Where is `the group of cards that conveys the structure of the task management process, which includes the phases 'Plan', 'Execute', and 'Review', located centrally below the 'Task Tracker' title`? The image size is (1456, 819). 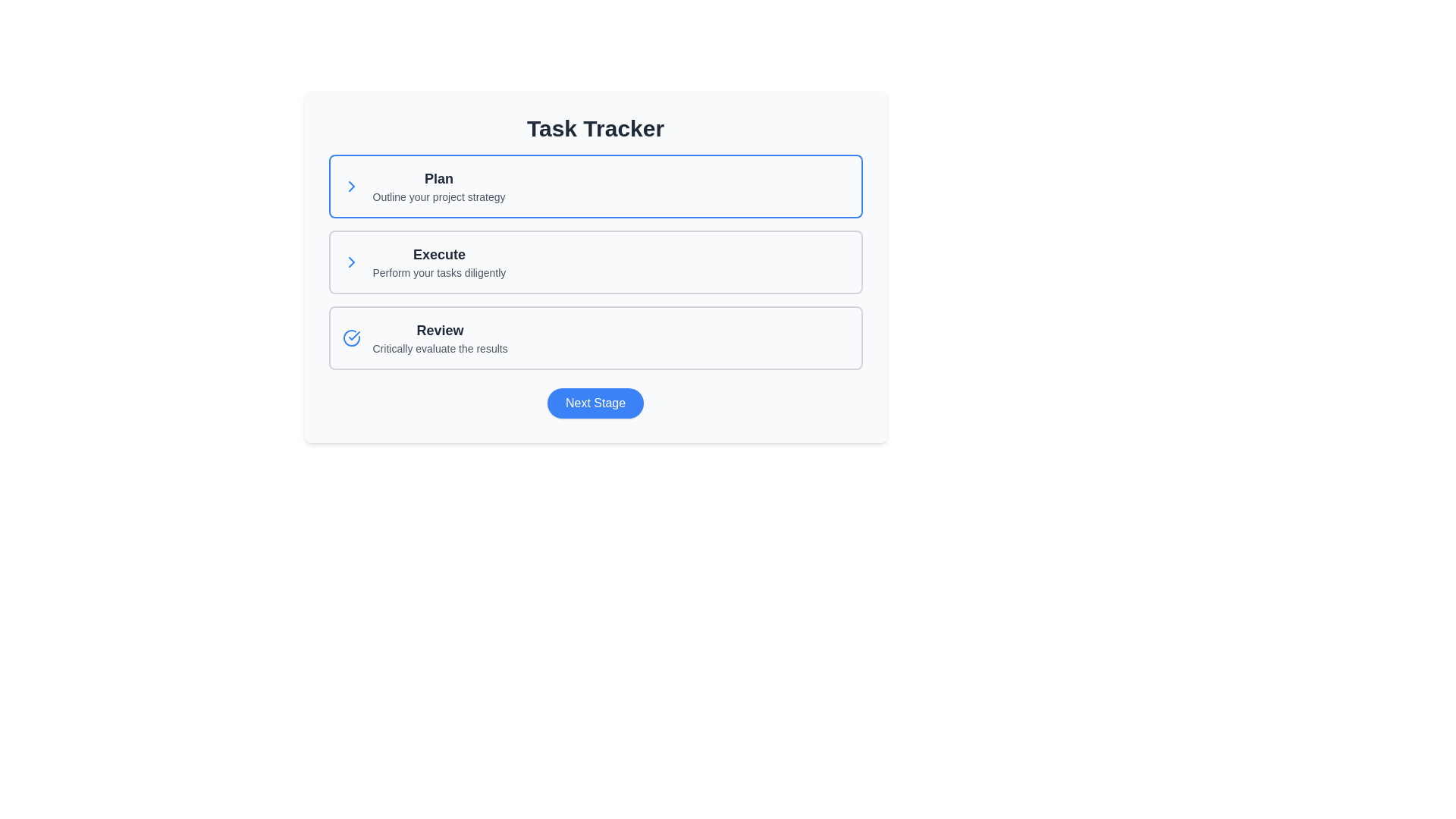
the group of cards that conveys the structure of the task management process, which includes the phases 'Plan', 'Execute', and 'Review', located centrally below the 'Task Tracker' title is located at coordinates (595, 262).